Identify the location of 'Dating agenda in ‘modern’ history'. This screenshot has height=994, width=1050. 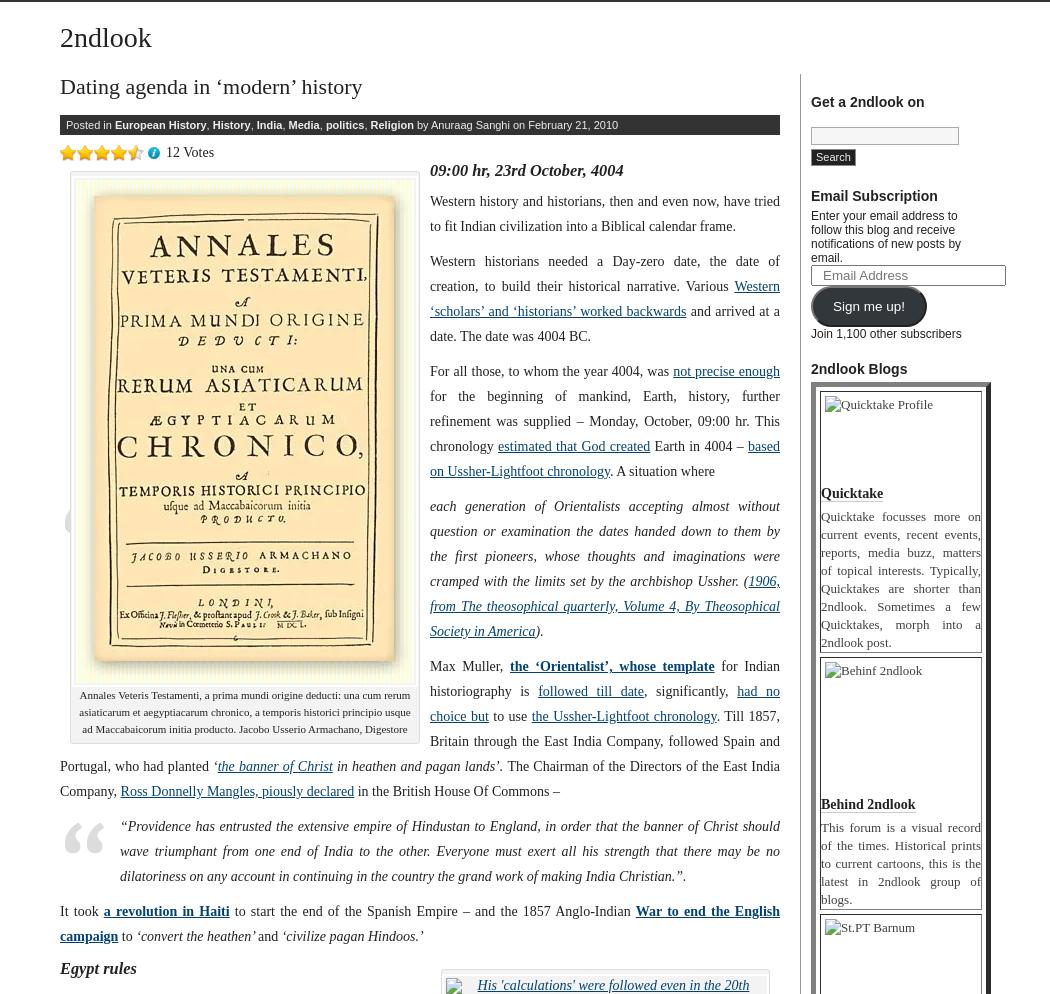
(58, 86).